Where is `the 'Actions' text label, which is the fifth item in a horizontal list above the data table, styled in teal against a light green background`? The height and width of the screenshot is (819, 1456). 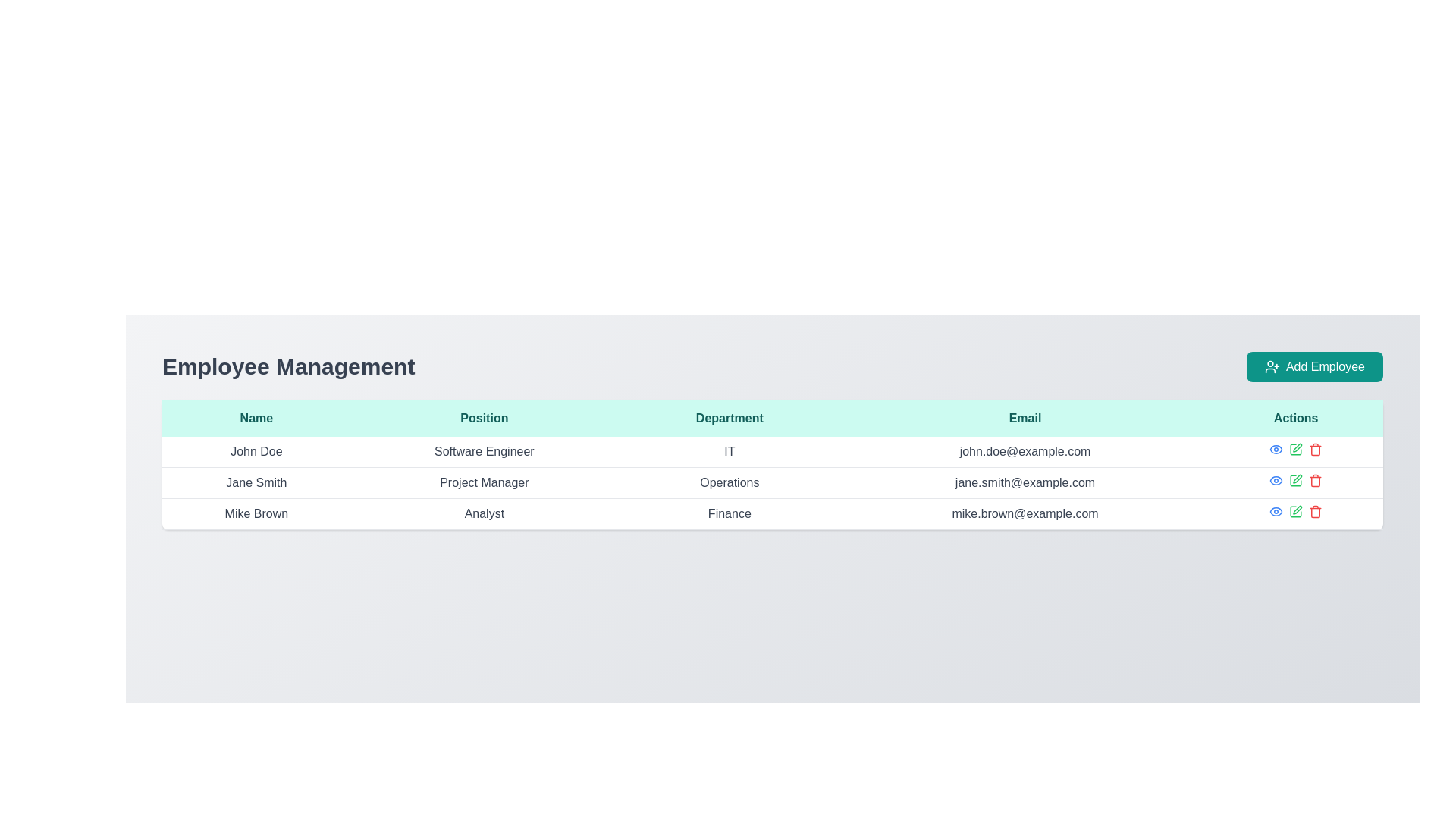 the 'Actions' text label, which is the fifth item in a horizontal list above the data table, styled in teal against a light green background is located at coordinates (1295, 418).